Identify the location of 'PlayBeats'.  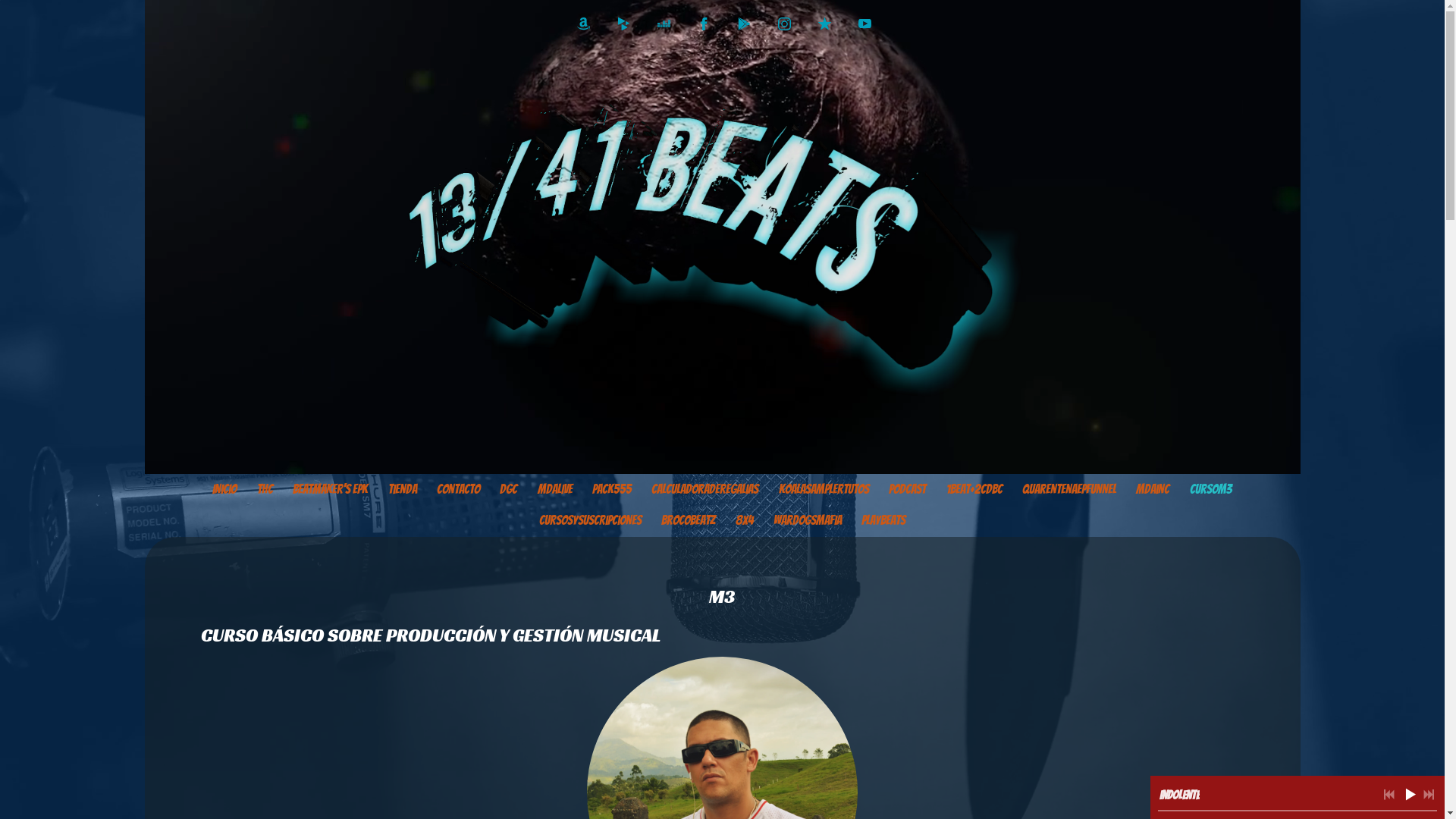
(883, 519).